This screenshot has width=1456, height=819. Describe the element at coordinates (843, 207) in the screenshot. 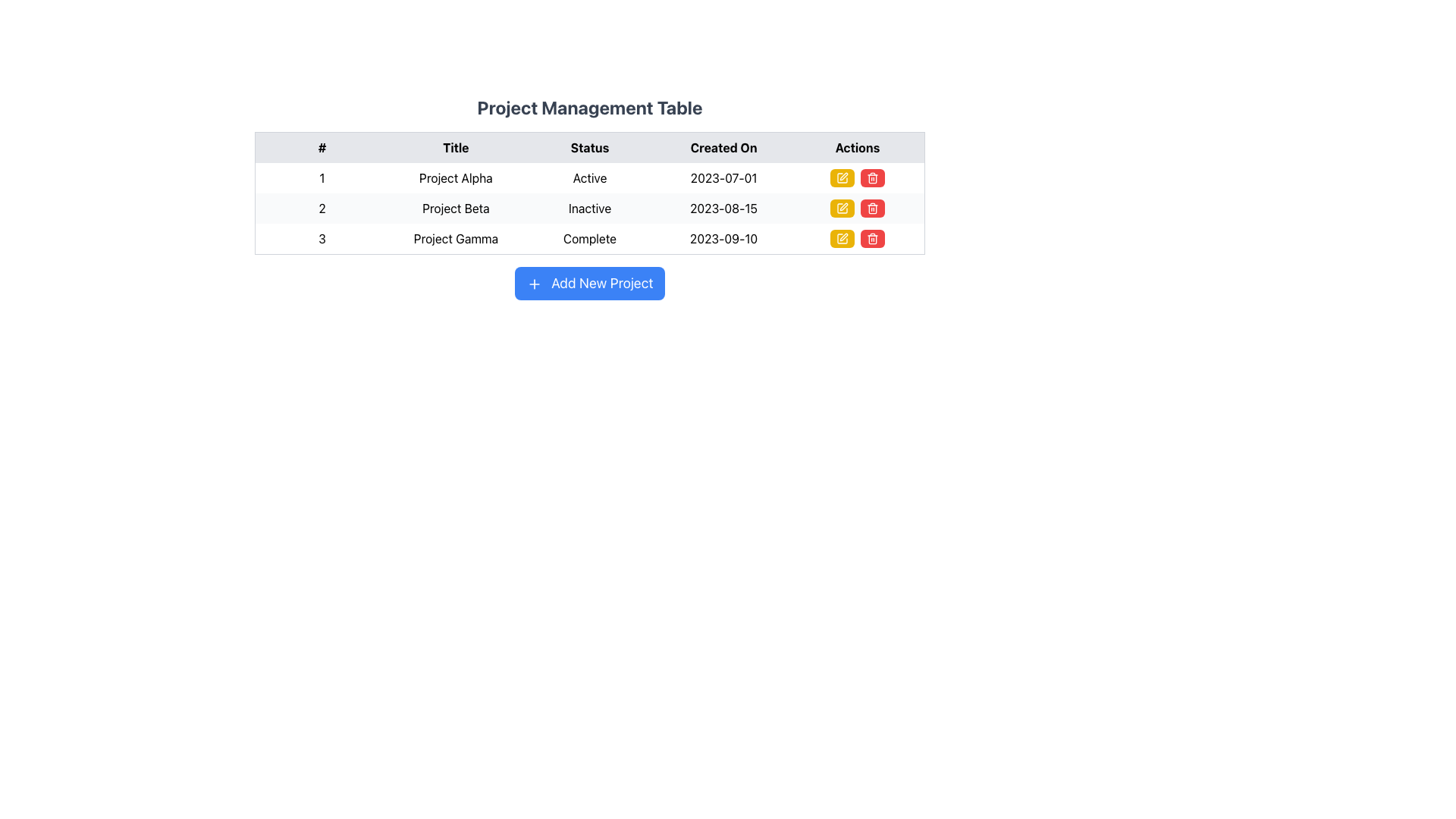

I see `the edit icon in the yellow edit button located in the second row of the 'Actions' column to initiate edit mode for 'Project Beta'` at that location.